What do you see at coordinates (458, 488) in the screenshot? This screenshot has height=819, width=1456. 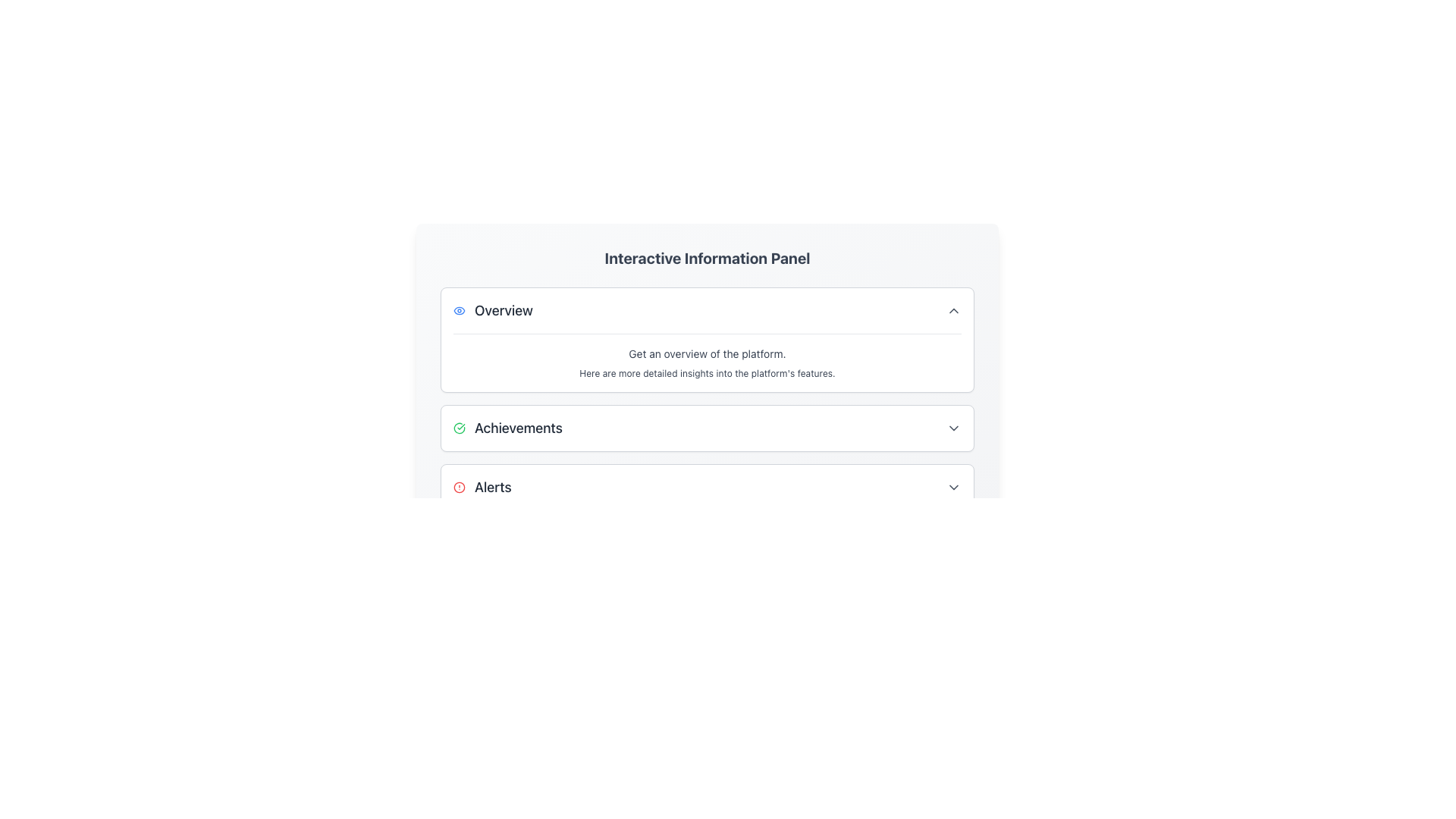 I see `the containing 'Alerts' section by interacting with the circular red icon in the third section of the panel` at bounding box center [458, 488].